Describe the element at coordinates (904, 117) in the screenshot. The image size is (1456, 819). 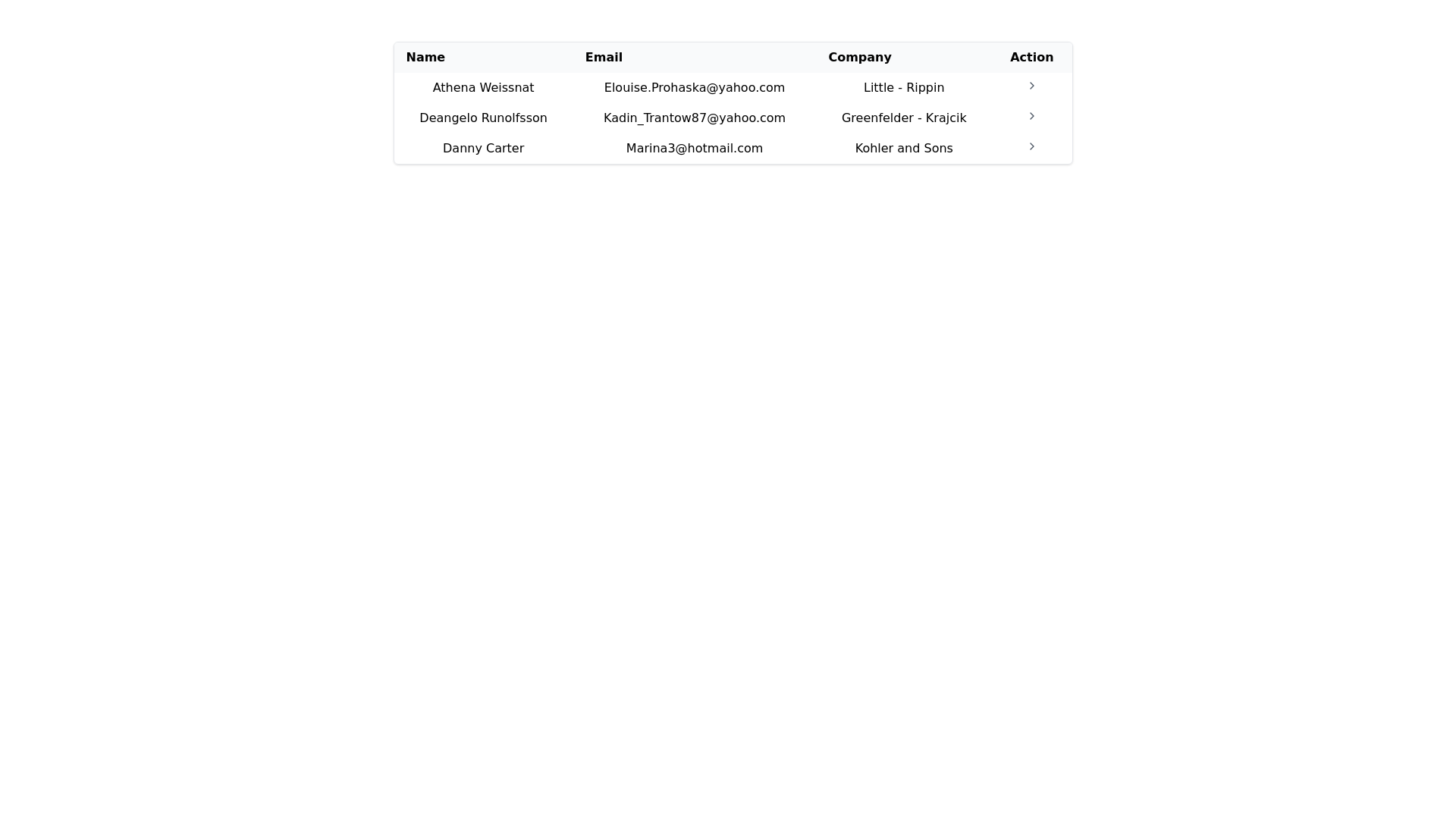
I see `the third cell in the second row of the table, which displays the company name under the 'Company' column` at that location.